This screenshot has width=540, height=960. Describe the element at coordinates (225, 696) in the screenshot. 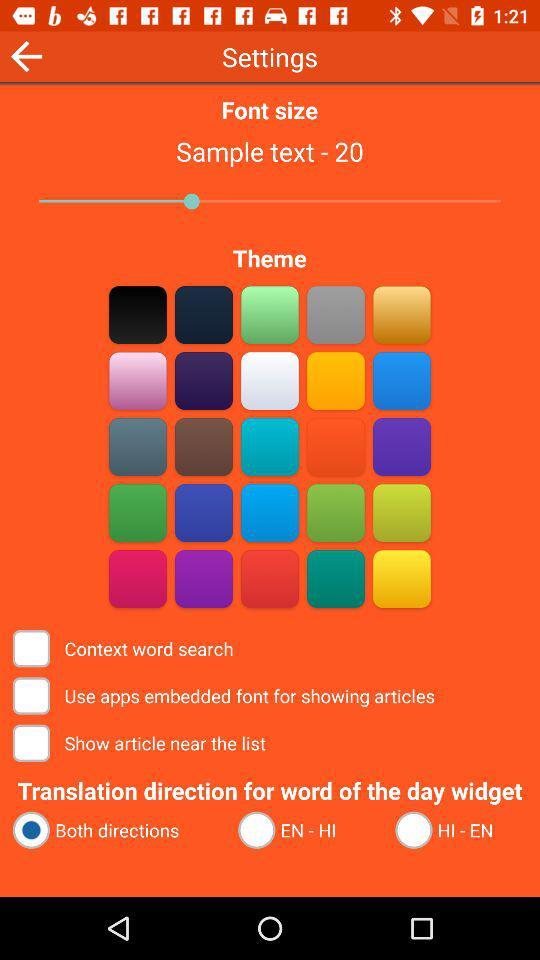

I see `the use apps embedded` at that location.